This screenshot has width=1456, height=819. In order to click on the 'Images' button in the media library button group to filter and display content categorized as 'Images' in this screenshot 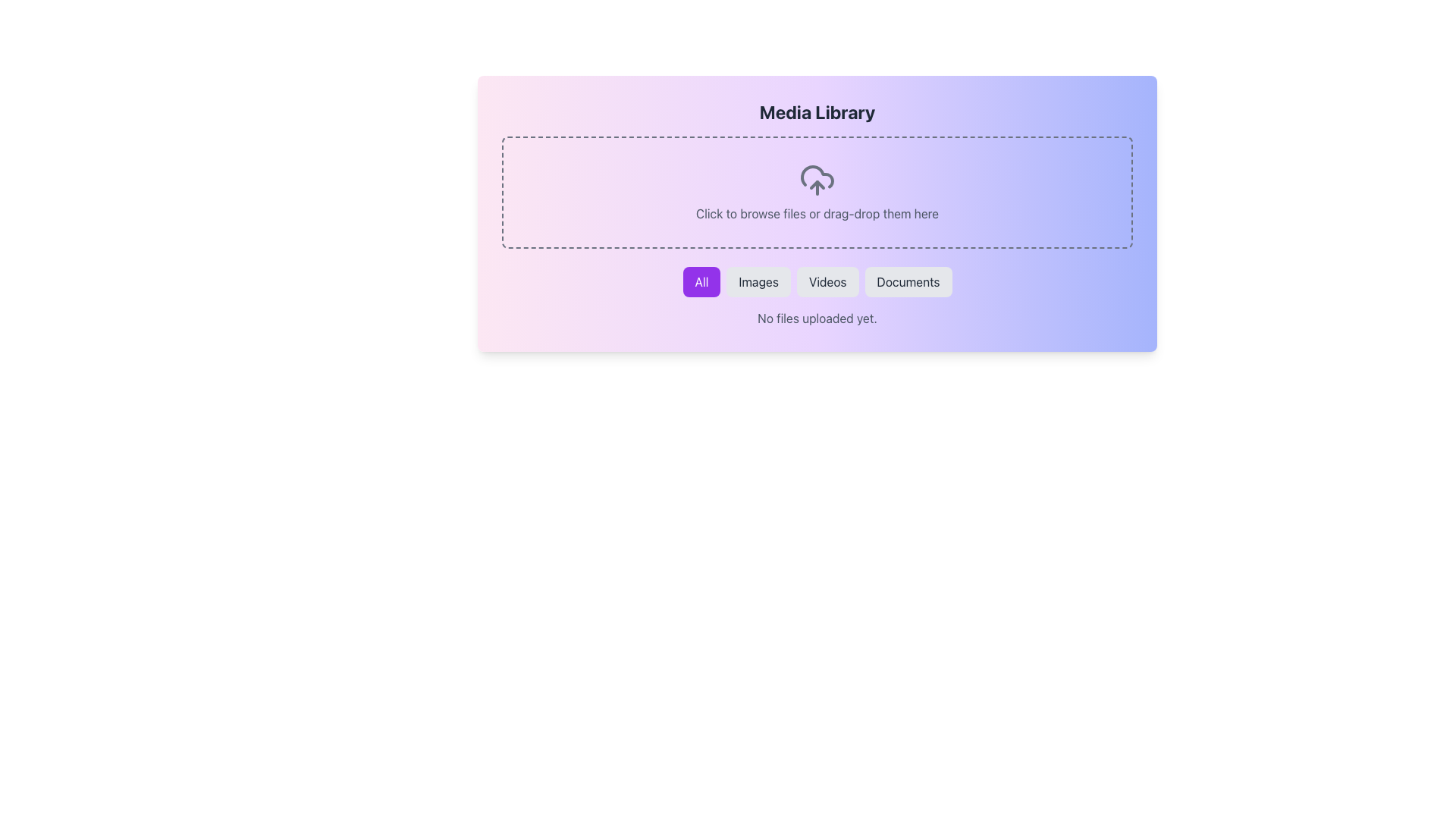, I will do `click(758, 281)`.